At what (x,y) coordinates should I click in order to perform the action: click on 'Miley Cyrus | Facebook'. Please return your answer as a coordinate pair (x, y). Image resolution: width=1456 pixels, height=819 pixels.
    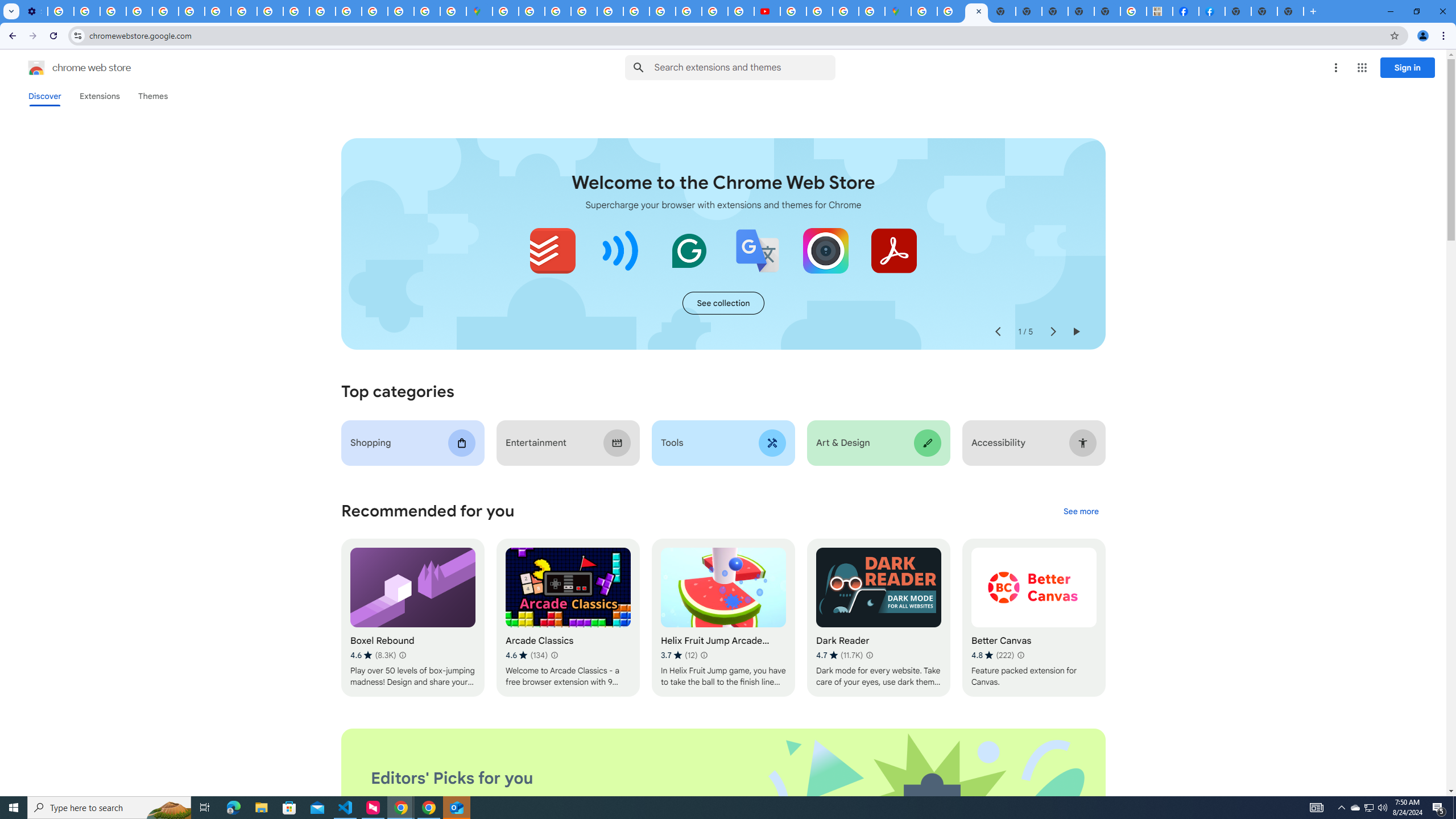
    Looking at the image, I should click on (1185, 11).